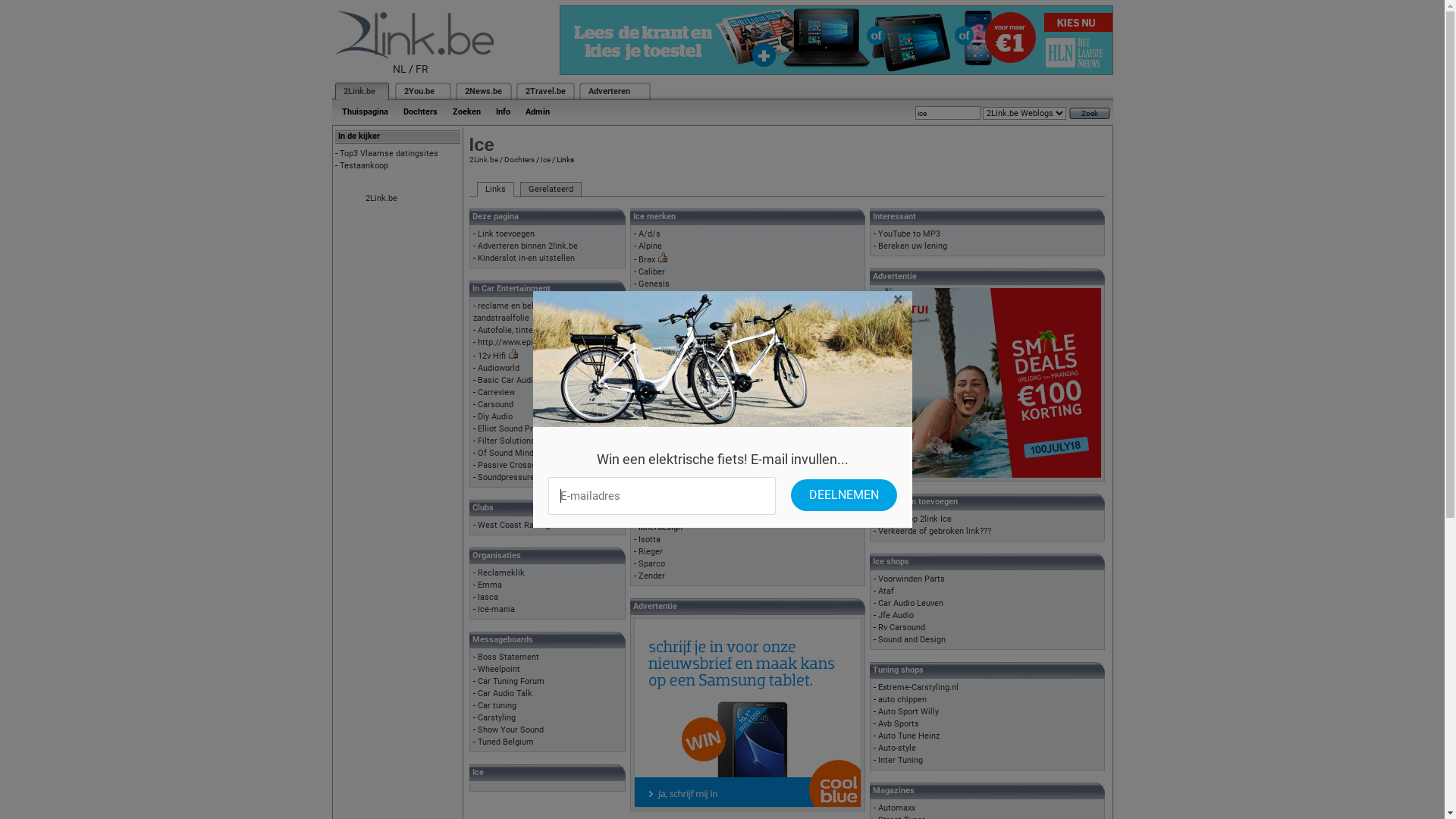 This screenshot has height=819, width=1456. I want to click on 'Top3 Vlaamse datingsites', so click(389, 153).